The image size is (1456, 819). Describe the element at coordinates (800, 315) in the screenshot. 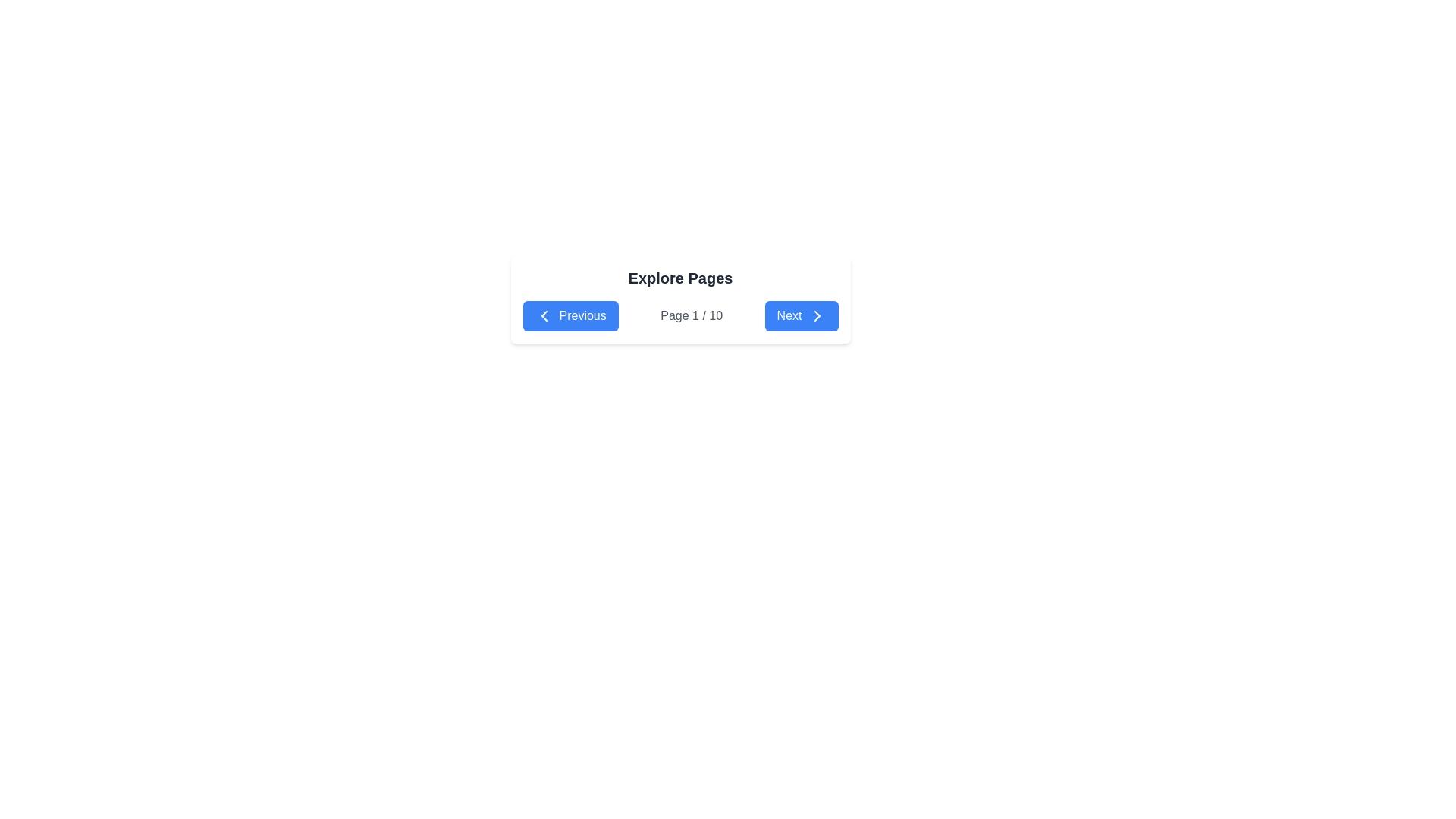

I see `the navigation button located at the rightmost position in the horizontal navigation bar` at that location.